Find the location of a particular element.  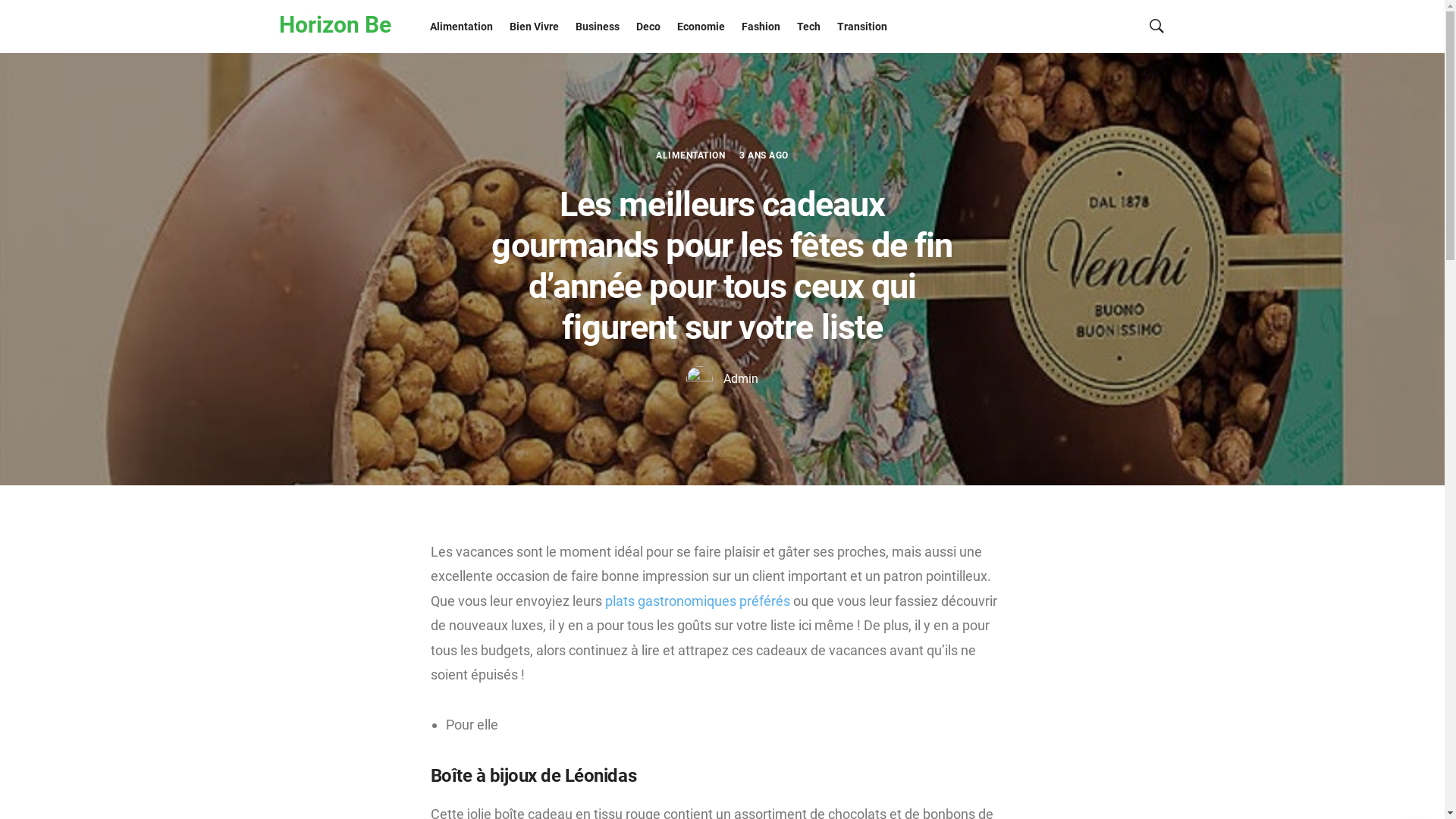

'Deco' is located at coordinates (628, 26).